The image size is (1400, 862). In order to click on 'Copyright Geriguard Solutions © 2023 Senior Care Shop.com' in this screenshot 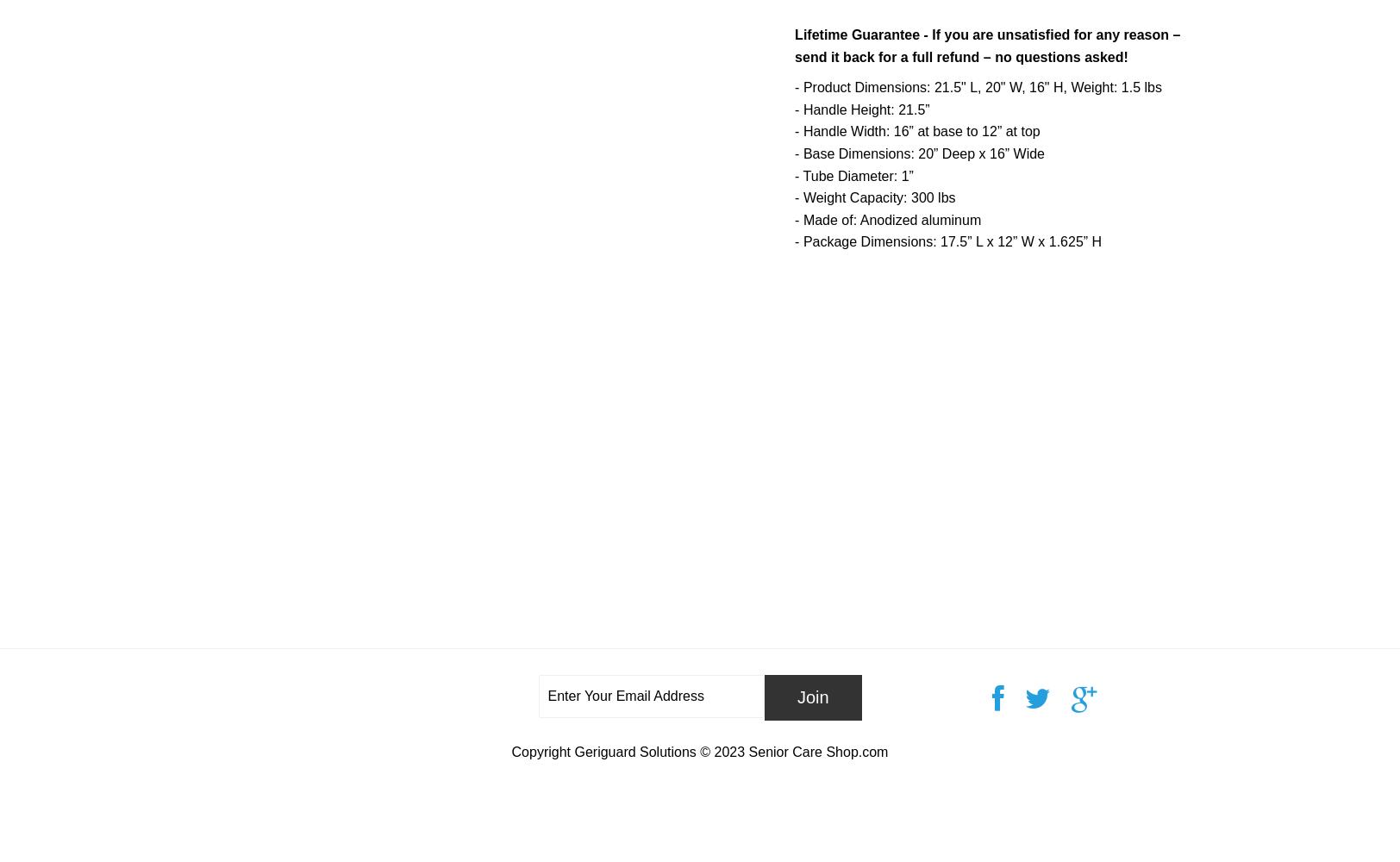, I will do `click(699, 750)`.